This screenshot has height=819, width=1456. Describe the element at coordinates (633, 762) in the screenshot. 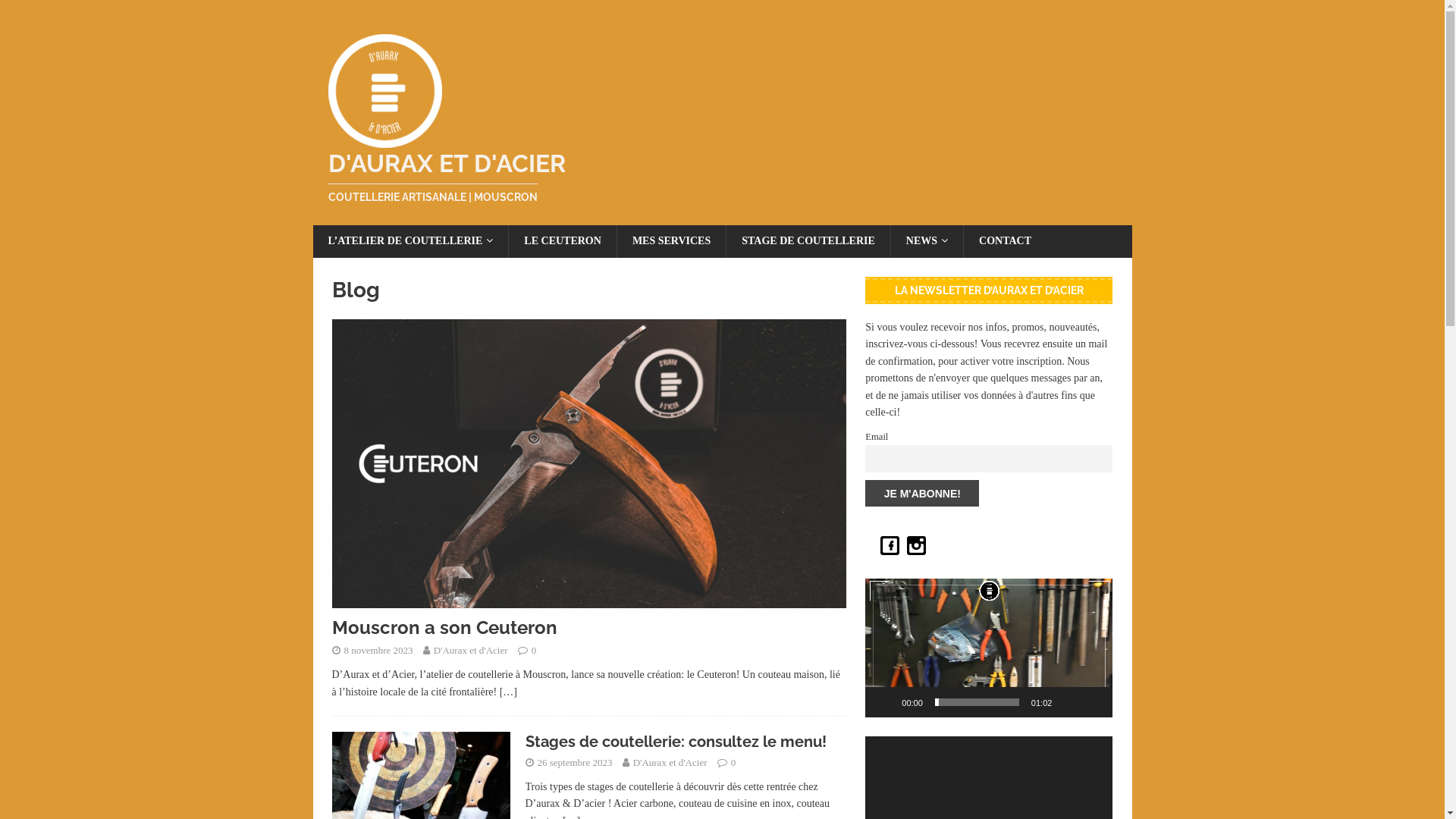

I see `'D'Aurax et d'Acier'` at that location.